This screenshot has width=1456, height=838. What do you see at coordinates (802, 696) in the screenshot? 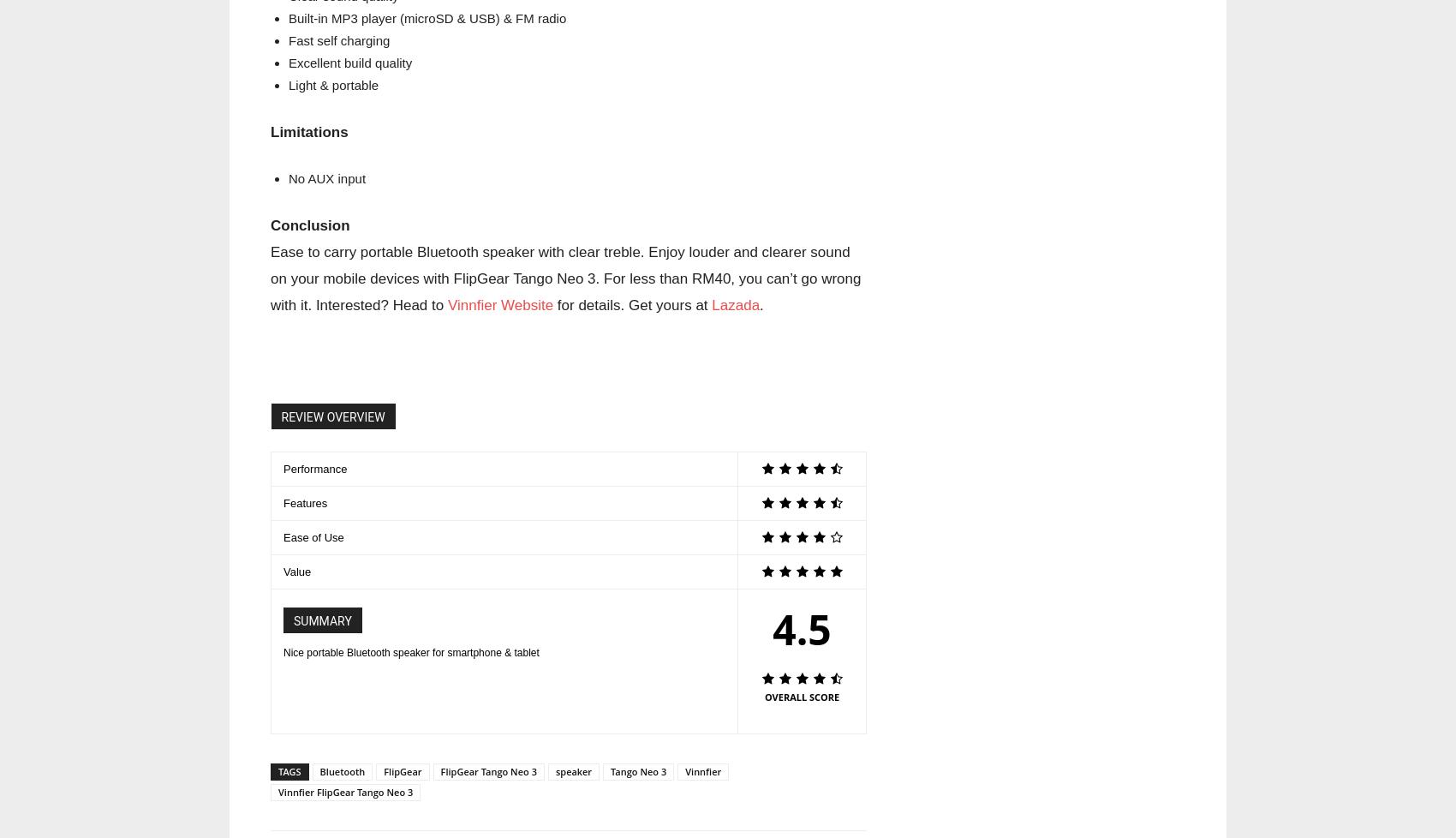
I see `'OVERALL SCORE'` at bounding box center [802, 696].